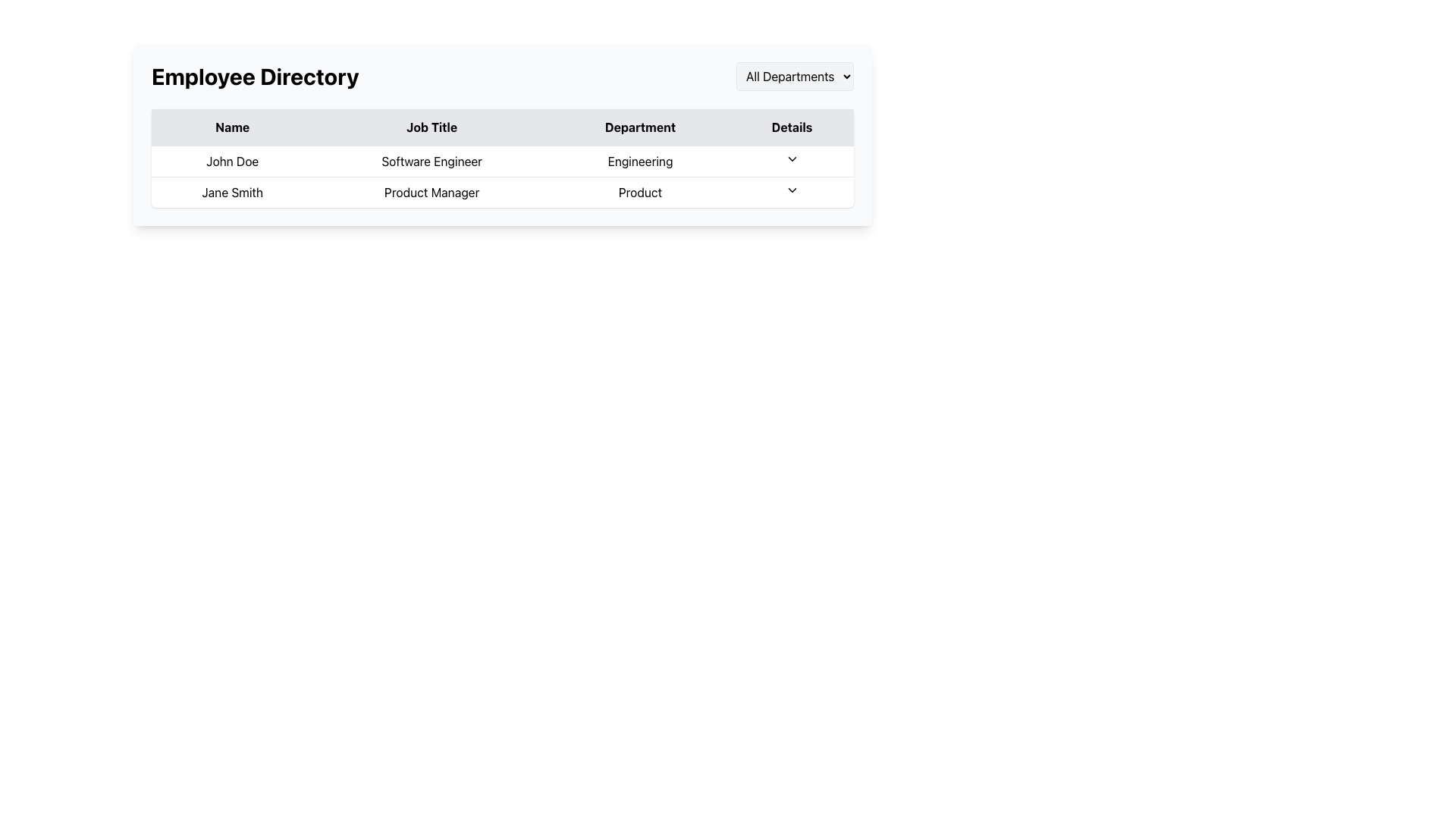 This screenshot has width=1456, height=819. What do you see at coordinates (231, 161) in the screenshot?
I see `the Text display that shows the full name of an individual in the employee directory table located in the first row and first column under the header 'Name'` at bounding box center [231, 161].